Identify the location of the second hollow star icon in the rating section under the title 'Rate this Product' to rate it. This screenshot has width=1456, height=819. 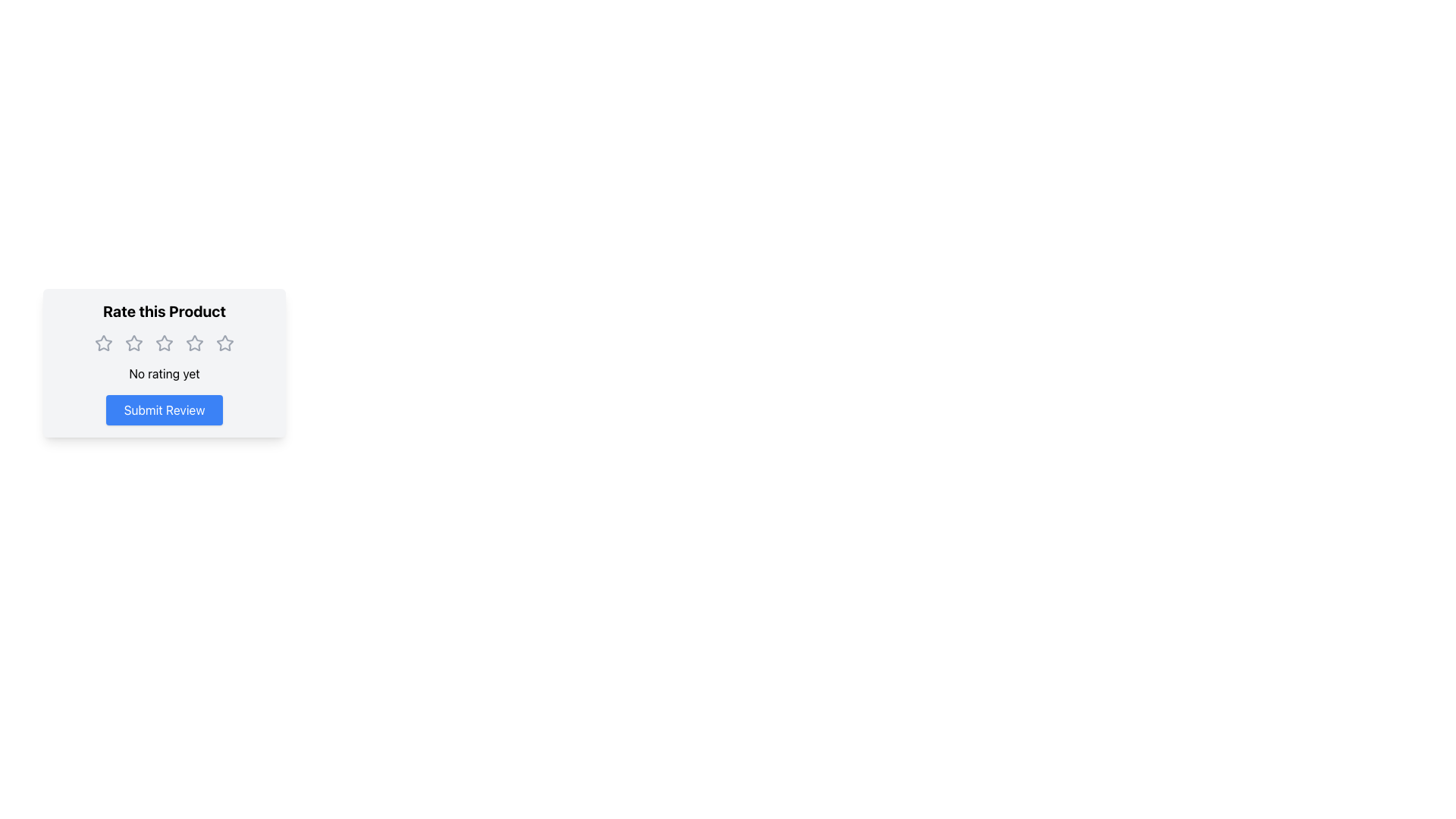
(134, 343).